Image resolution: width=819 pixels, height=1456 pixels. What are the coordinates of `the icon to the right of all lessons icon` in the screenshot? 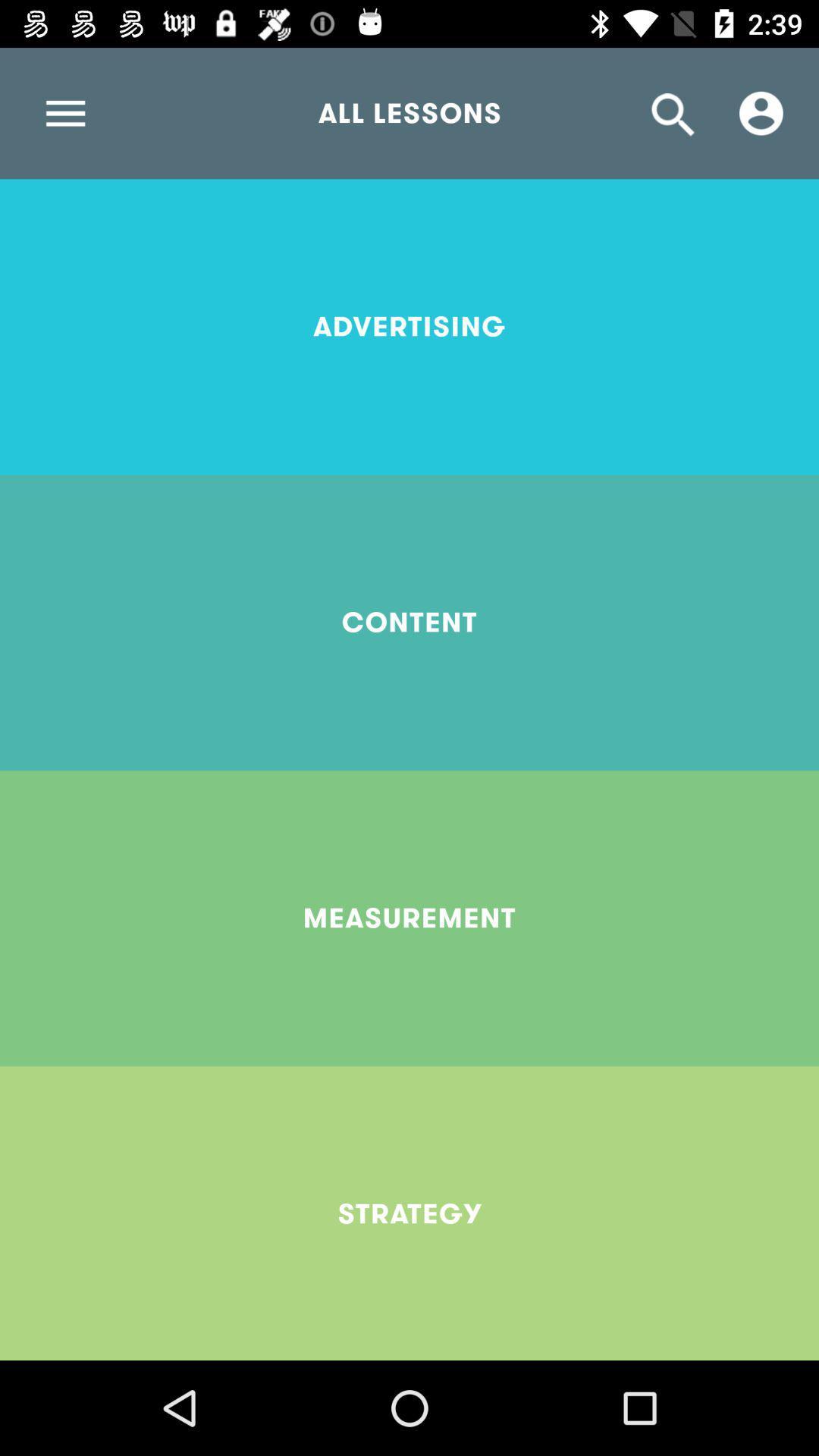 It's located at (761, 112).